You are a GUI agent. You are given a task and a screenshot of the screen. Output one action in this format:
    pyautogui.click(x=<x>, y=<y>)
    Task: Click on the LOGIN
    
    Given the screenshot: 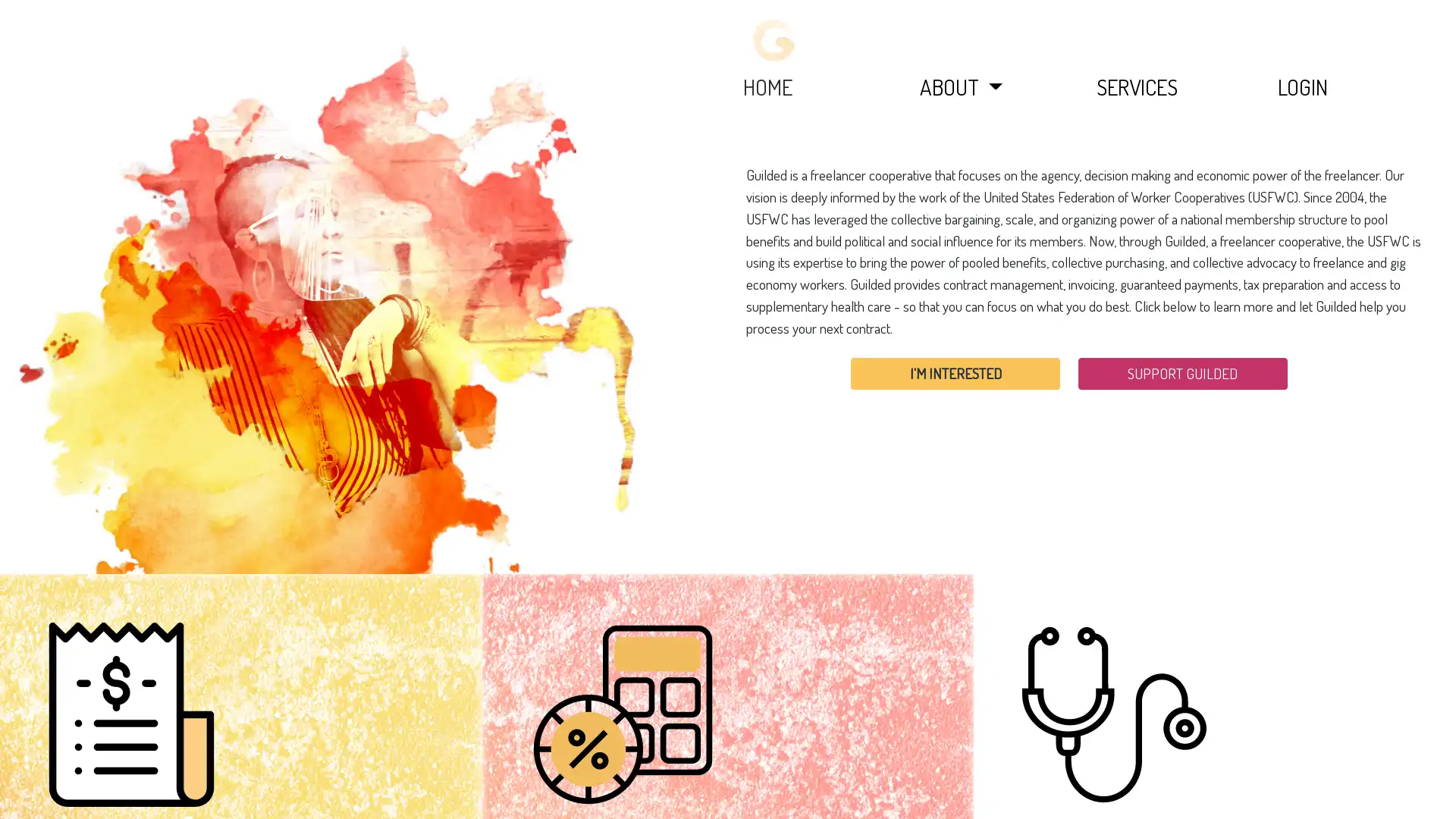 What is the action you would take?
    pyautogui.click(x=1302, y=86)
    